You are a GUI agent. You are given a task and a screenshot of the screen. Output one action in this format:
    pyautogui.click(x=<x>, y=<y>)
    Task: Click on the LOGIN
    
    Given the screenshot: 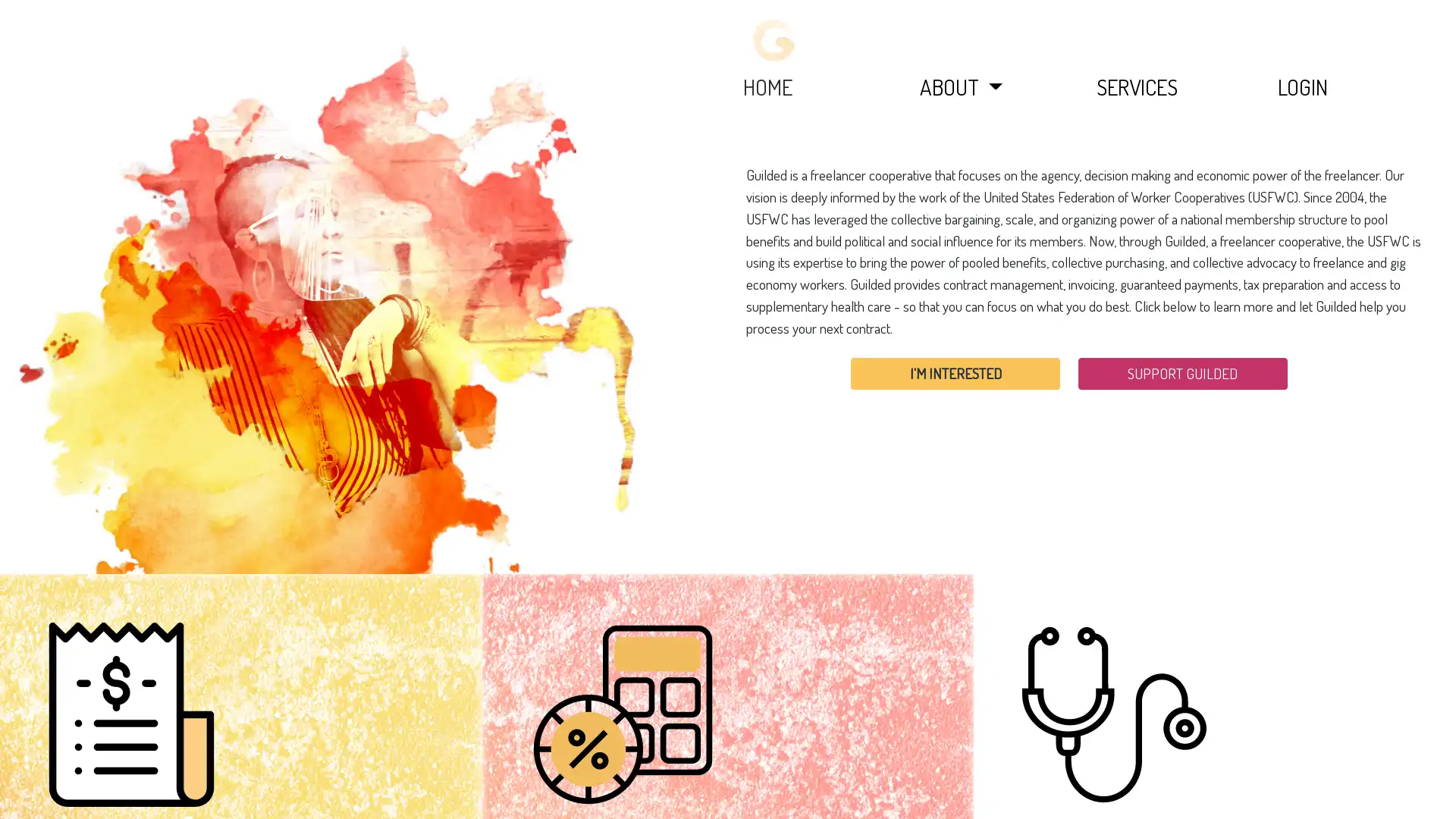 What is the action you would take?
    pyautogui.click(x=1302, y=86)
    